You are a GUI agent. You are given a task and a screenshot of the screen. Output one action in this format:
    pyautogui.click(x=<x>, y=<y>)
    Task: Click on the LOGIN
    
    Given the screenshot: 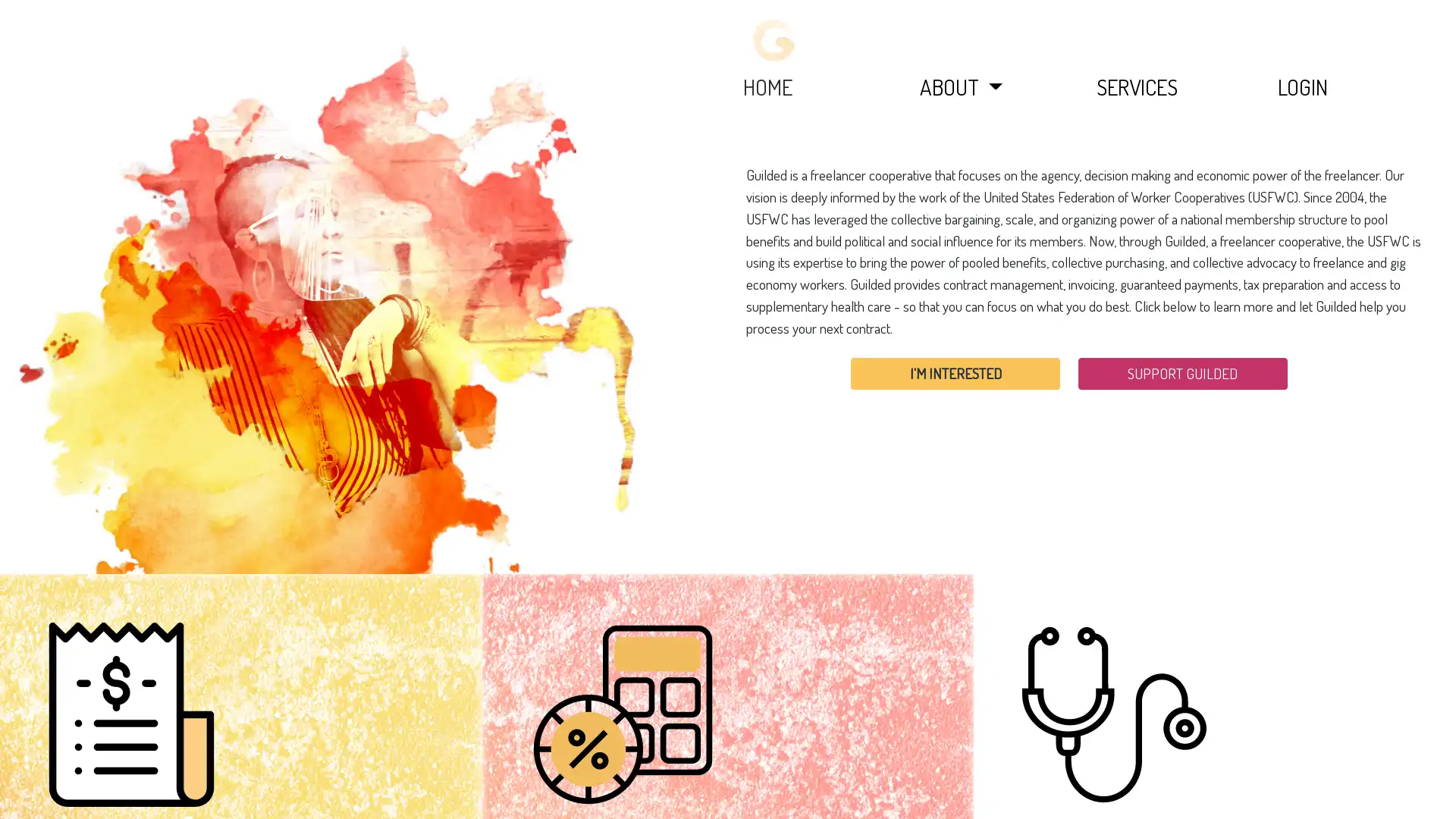 What is the action you would take?
    pyautogui.click(x=1302, y=86)
    